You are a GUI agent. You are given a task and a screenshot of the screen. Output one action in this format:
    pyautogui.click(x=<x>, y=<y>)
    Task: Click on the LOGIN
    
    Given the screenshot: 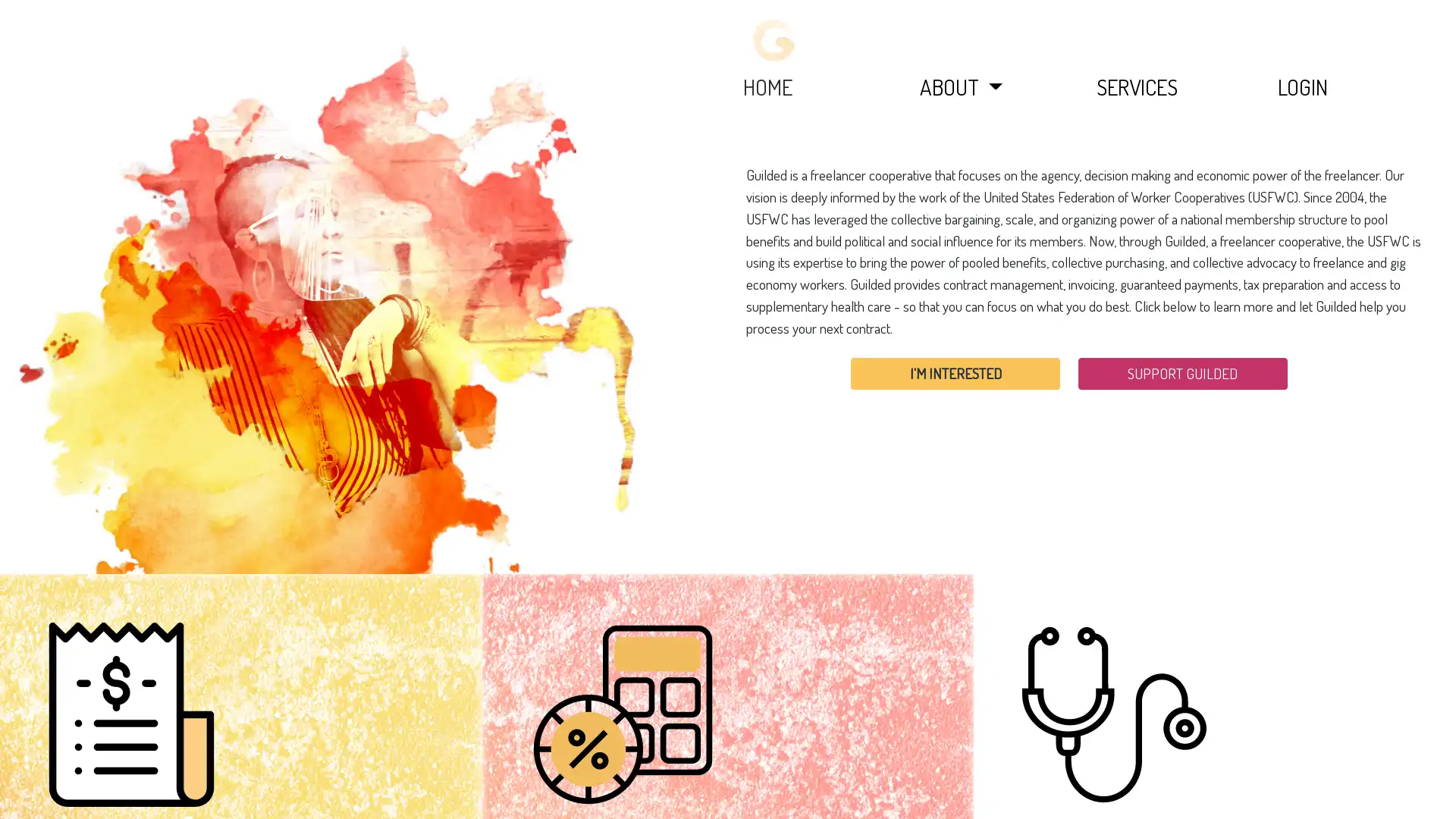 What is the action you would take?
    pyautogui.click(x=1302, y=86)
    